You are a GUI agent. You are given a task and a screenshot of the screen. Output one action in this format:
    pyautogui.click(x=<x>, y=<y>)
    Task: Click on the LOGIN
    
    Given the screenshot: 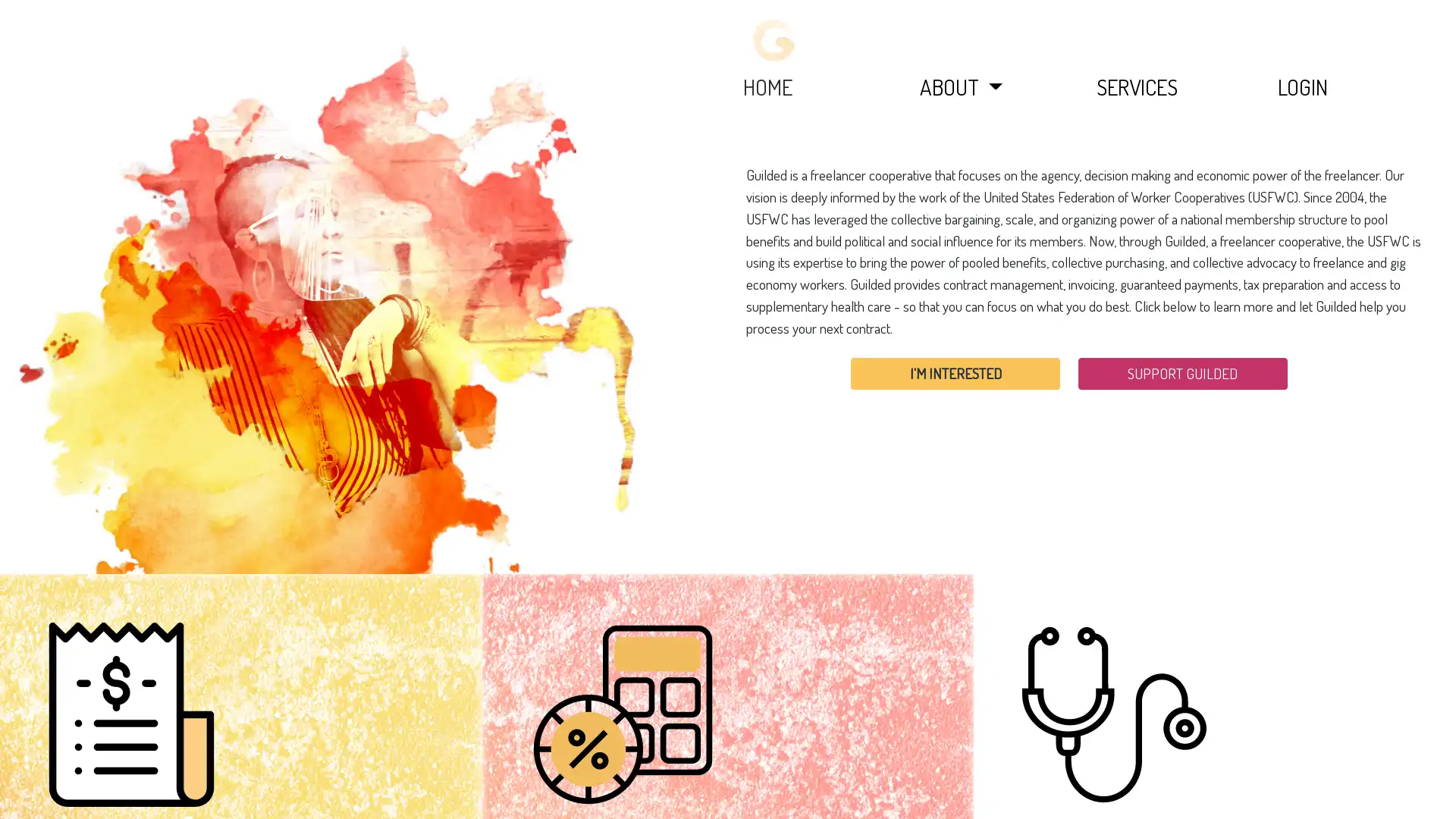 What is the action you would take?
    pyautogui.click(x=1302, y=86)
    